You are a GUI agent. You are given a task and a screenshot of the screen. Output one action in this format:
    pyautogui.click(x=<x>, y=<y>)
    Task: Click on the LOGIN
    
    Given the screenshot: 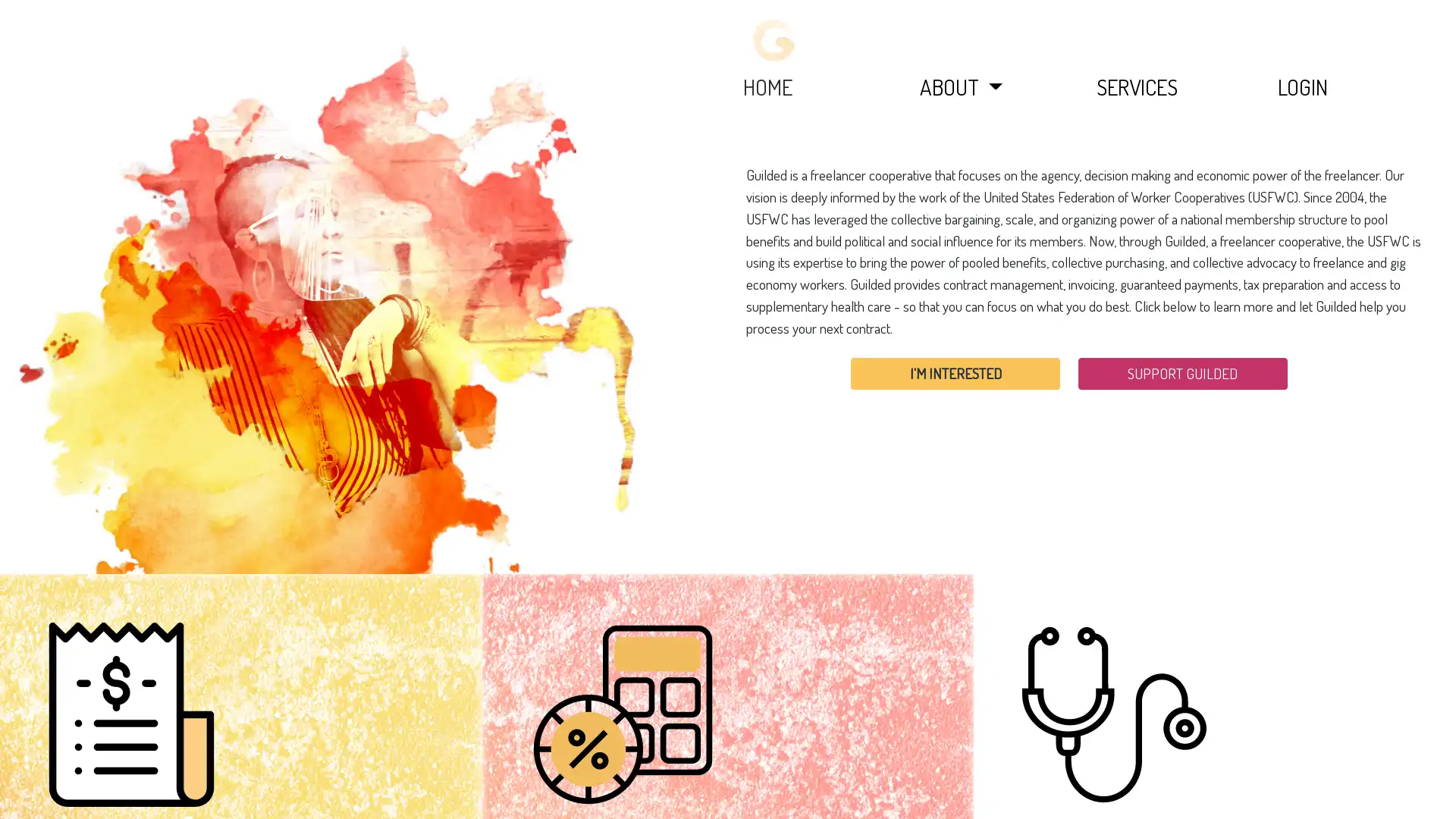 What is the action you would take?
    pyautogui.click(x=1302, y=86)
    